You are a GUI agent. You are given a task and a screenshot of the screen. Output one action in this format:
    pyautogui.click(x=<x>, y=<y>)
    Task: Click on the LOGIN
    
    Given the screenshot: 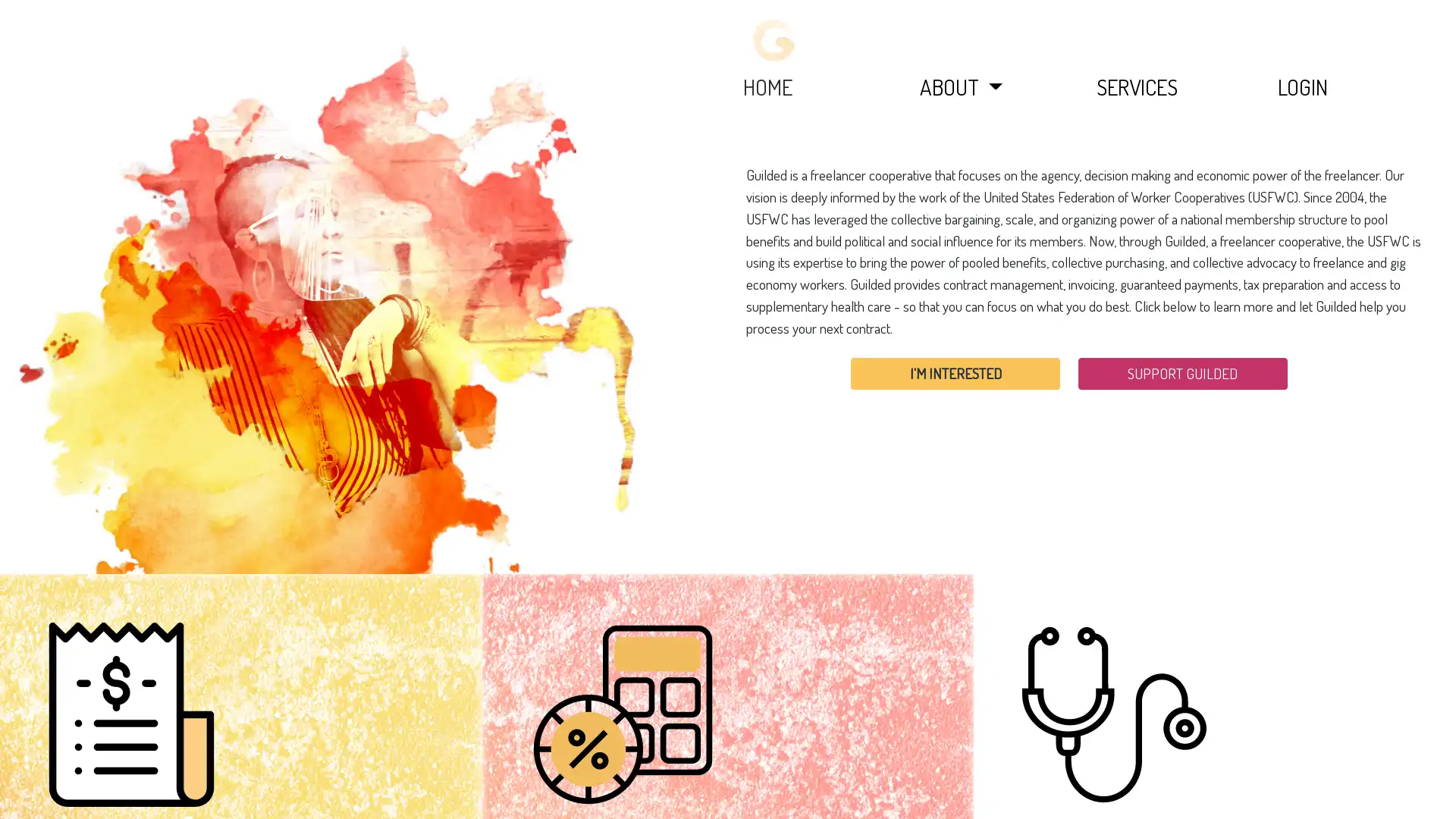 What is the action you would take?
    pyautogui.click(x=1302, y=86)
    